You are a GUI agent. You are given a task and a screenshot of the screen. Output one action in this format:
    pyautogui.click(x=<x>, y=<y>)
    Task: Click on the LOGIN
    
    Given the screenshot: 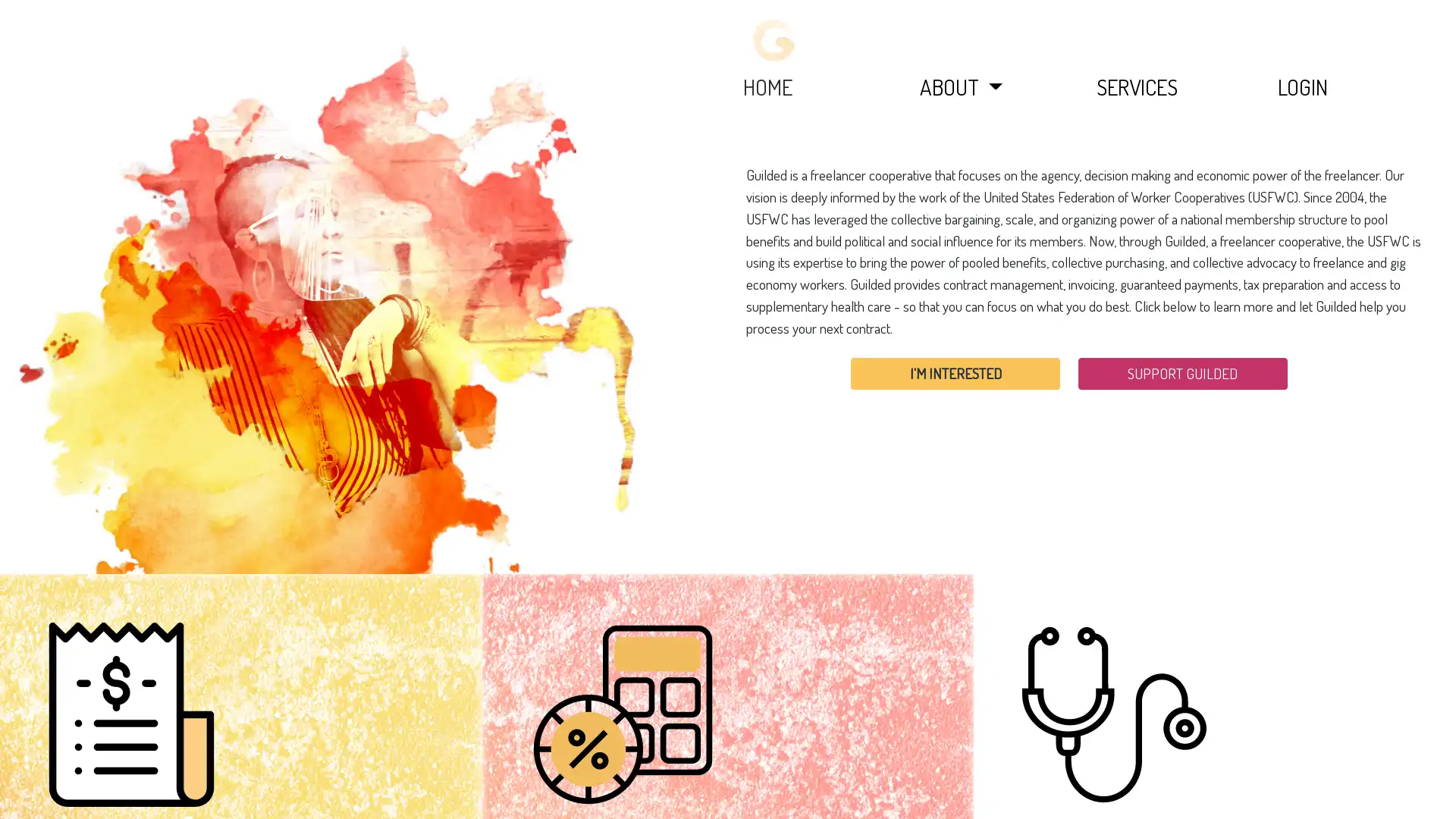 What is the action you would take?
    pyautogui.click(x=1302, y=86)
    